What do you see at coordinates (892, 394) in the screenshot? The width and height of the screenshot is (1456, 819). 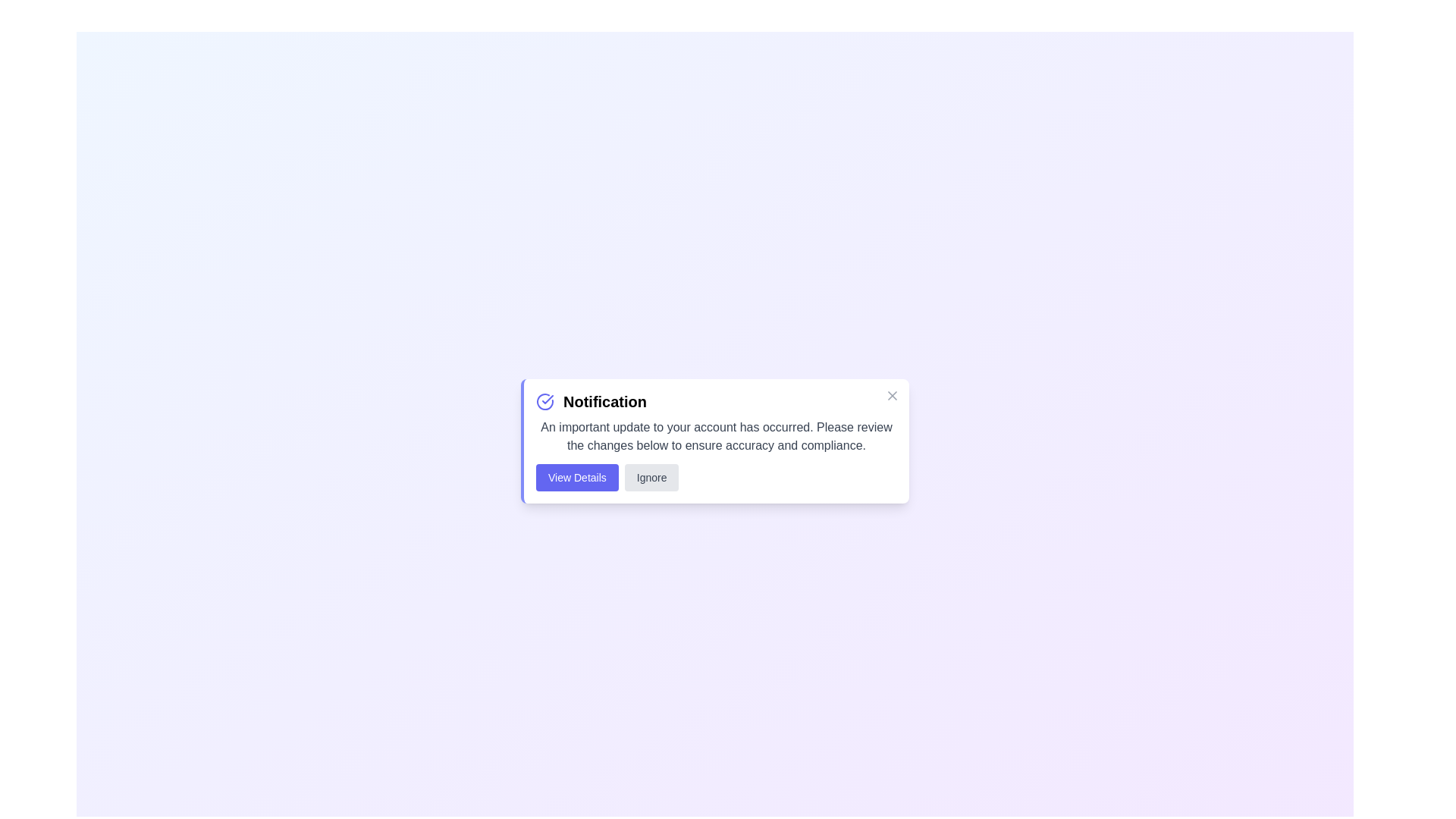 I see `the close button to dismiss the notification panel` at bounding box center [892, 394].